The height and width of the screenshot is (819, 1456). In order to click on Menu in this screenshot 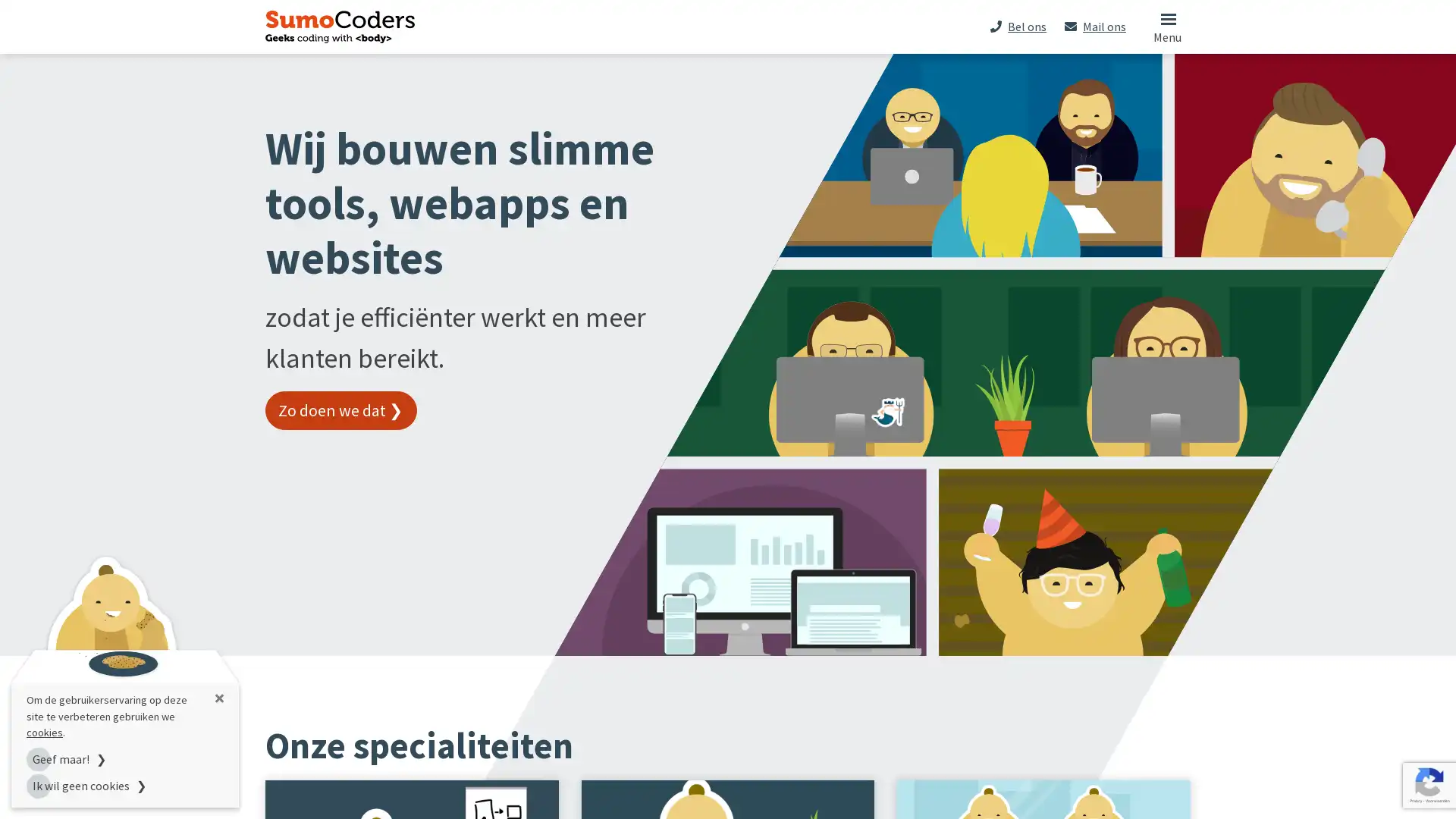, I will do `click(1166, 26)`.